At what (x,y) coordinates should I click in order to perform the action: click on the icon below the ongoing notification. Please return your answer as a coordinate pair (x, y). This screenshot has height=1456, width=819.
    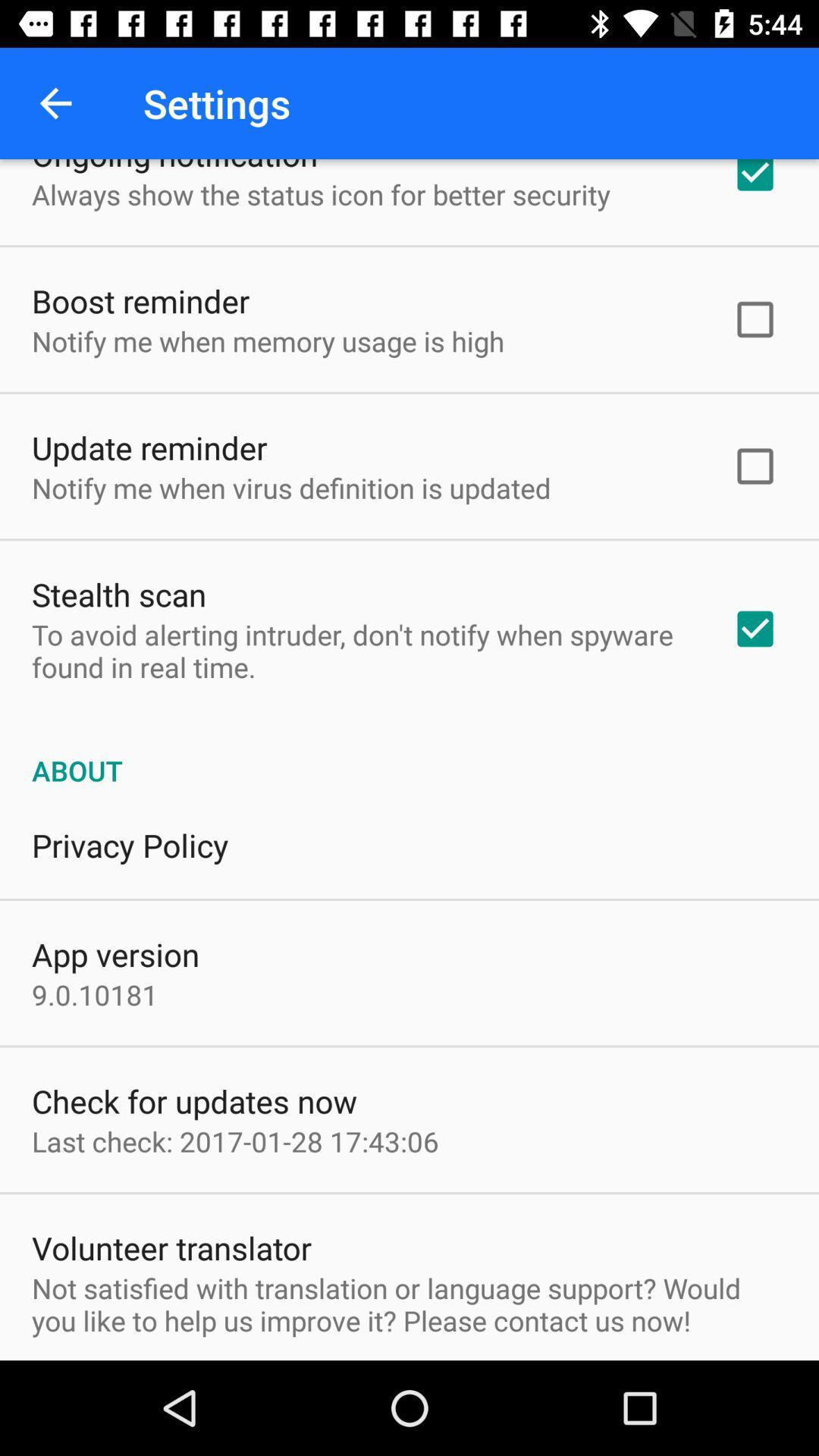
    Looking at the image, I should click on (320, 193).